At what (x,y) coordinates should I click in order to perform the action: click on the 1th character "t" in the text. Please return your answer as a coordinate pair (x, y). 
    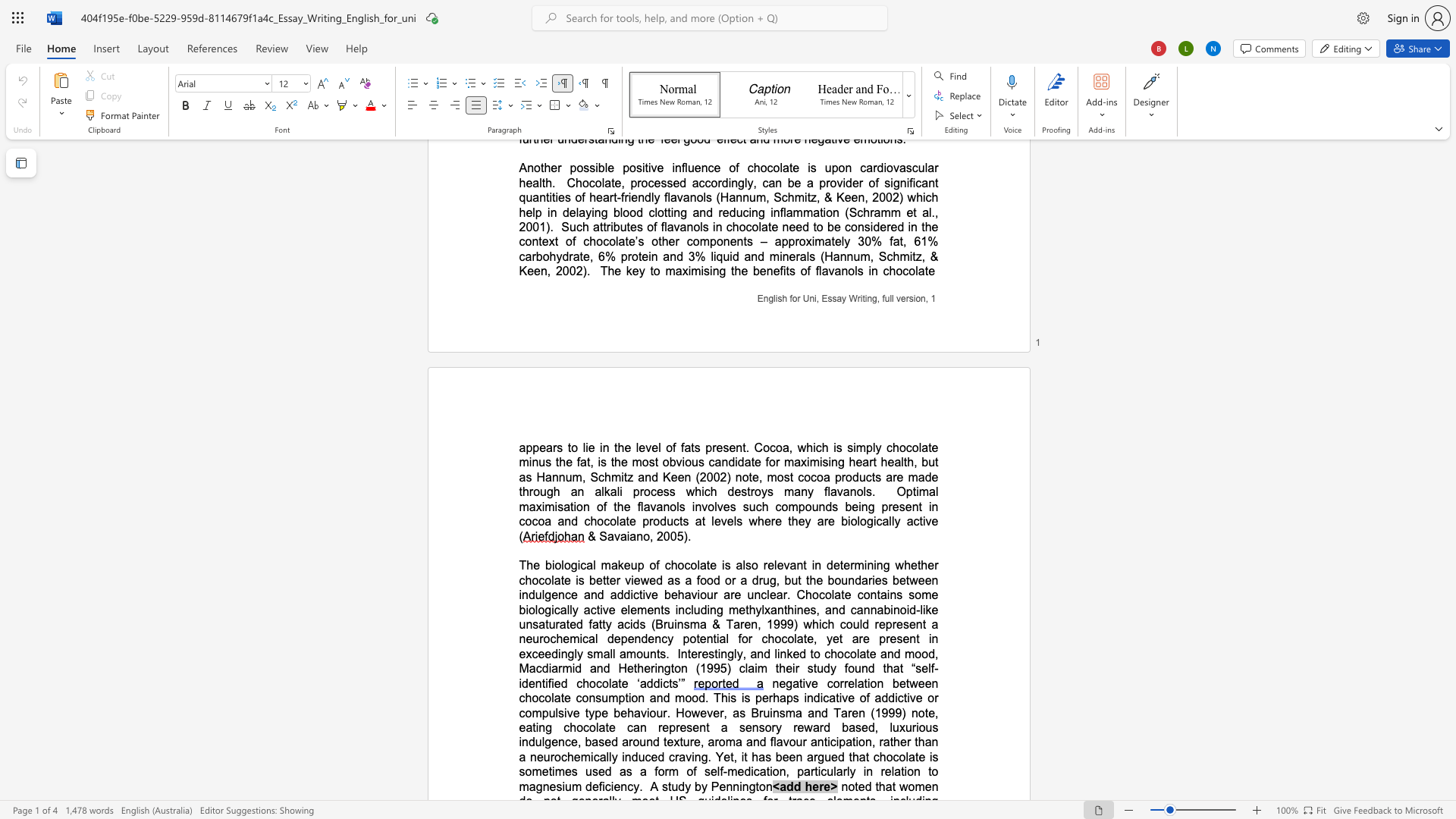
    Looking at the image, I should click on (669, 786).